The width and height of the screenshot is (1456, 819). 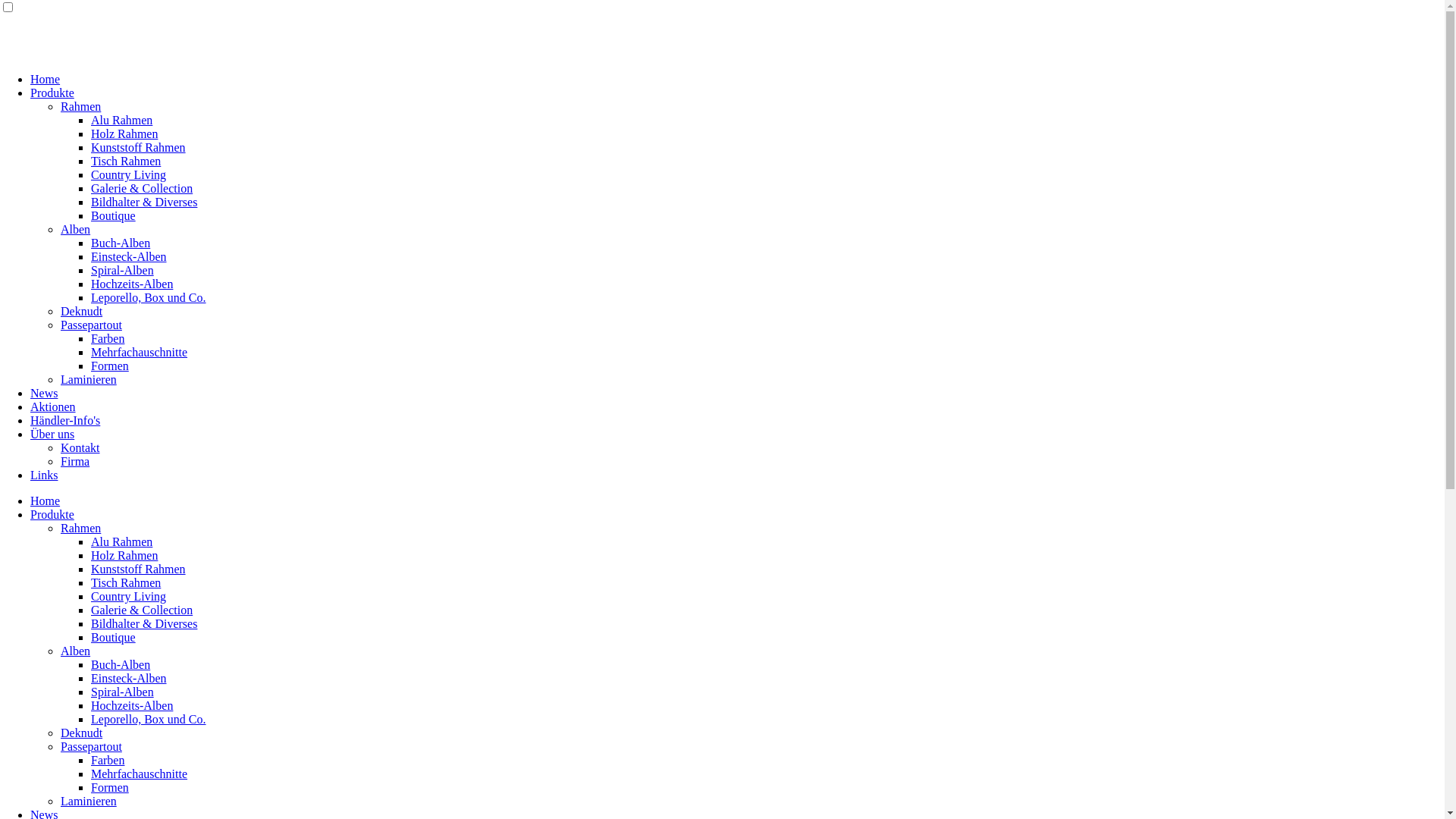 What do you see at coordinates (90, 677) in the screenshot?
I see `'Einsteck-Alben'` at bounding box center [90, 677].